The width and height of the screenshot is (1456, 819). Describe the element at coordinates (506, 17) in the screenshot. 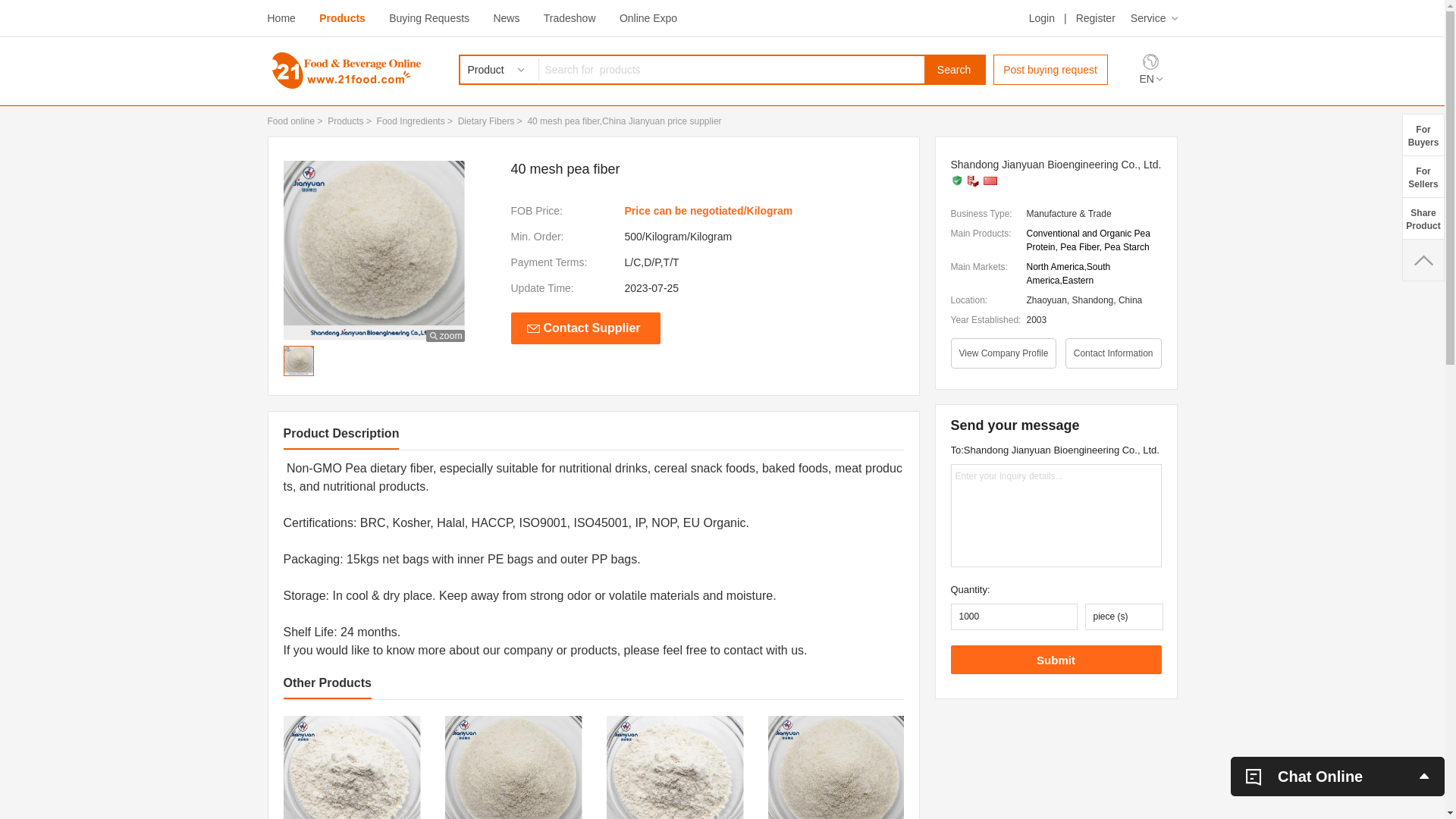

I see `'News'` at that location.